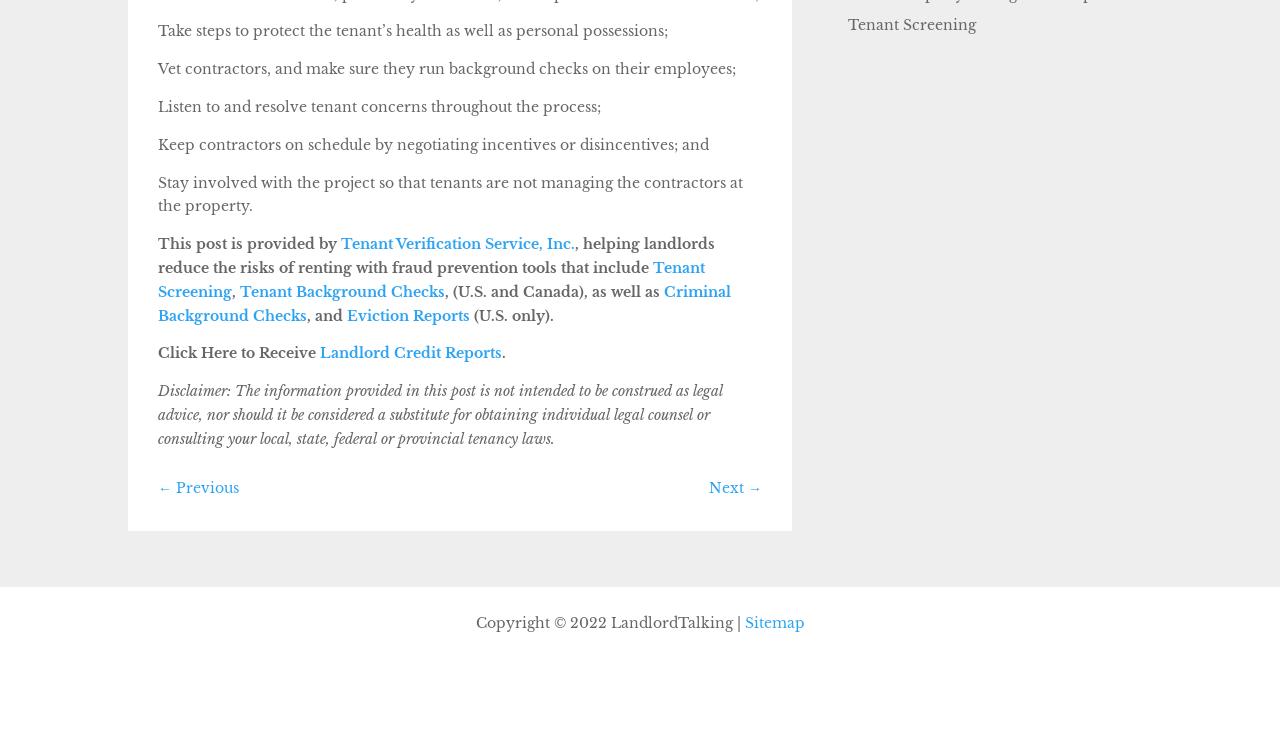 The height and width of the screenshot is (730, 1280). I want to click on ',', so click(233, 290).